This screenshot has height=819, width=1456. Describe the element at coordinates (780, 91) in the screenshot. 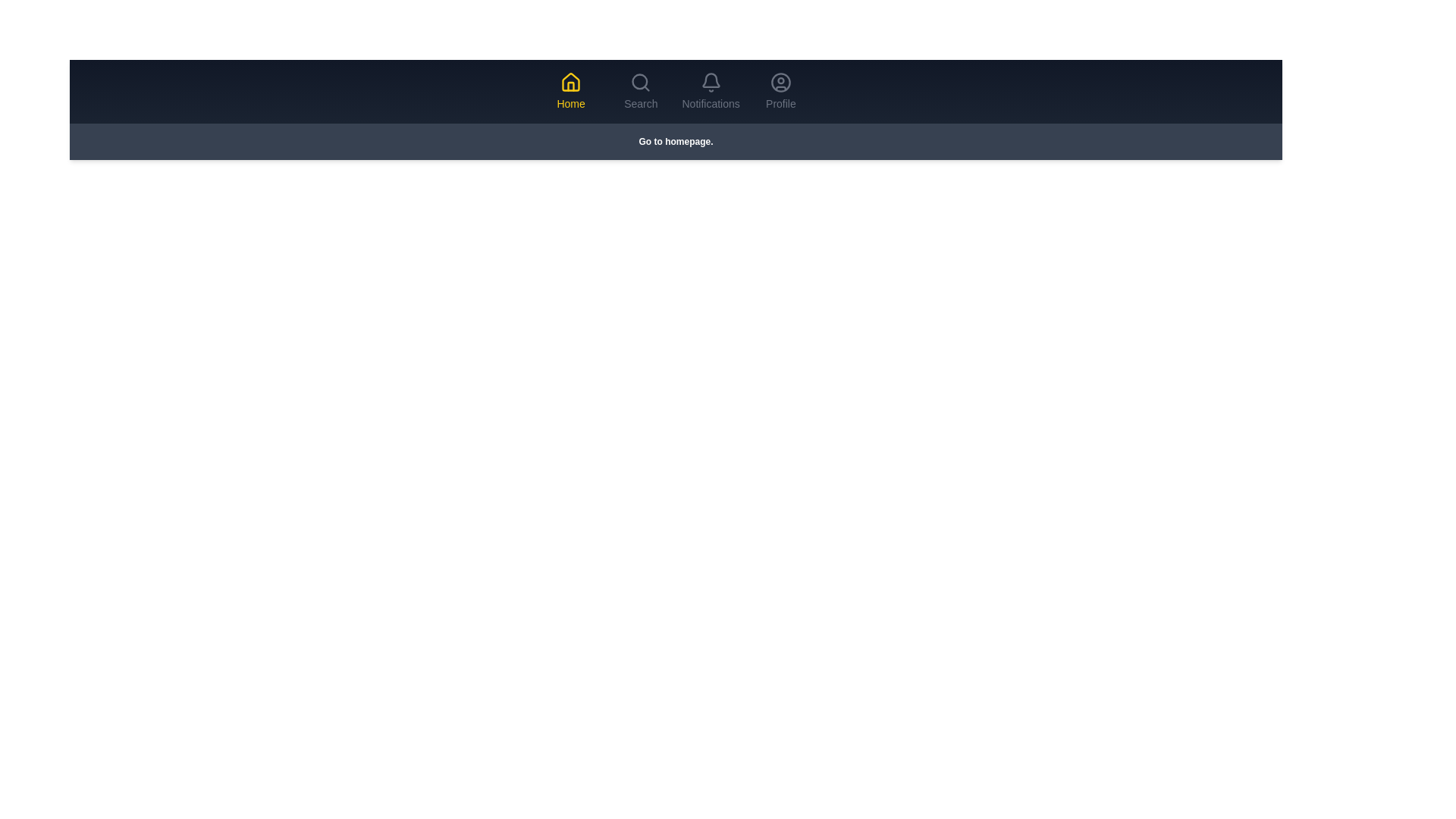

I see `the tab labeled Profile to preview its hover effect` at that location.